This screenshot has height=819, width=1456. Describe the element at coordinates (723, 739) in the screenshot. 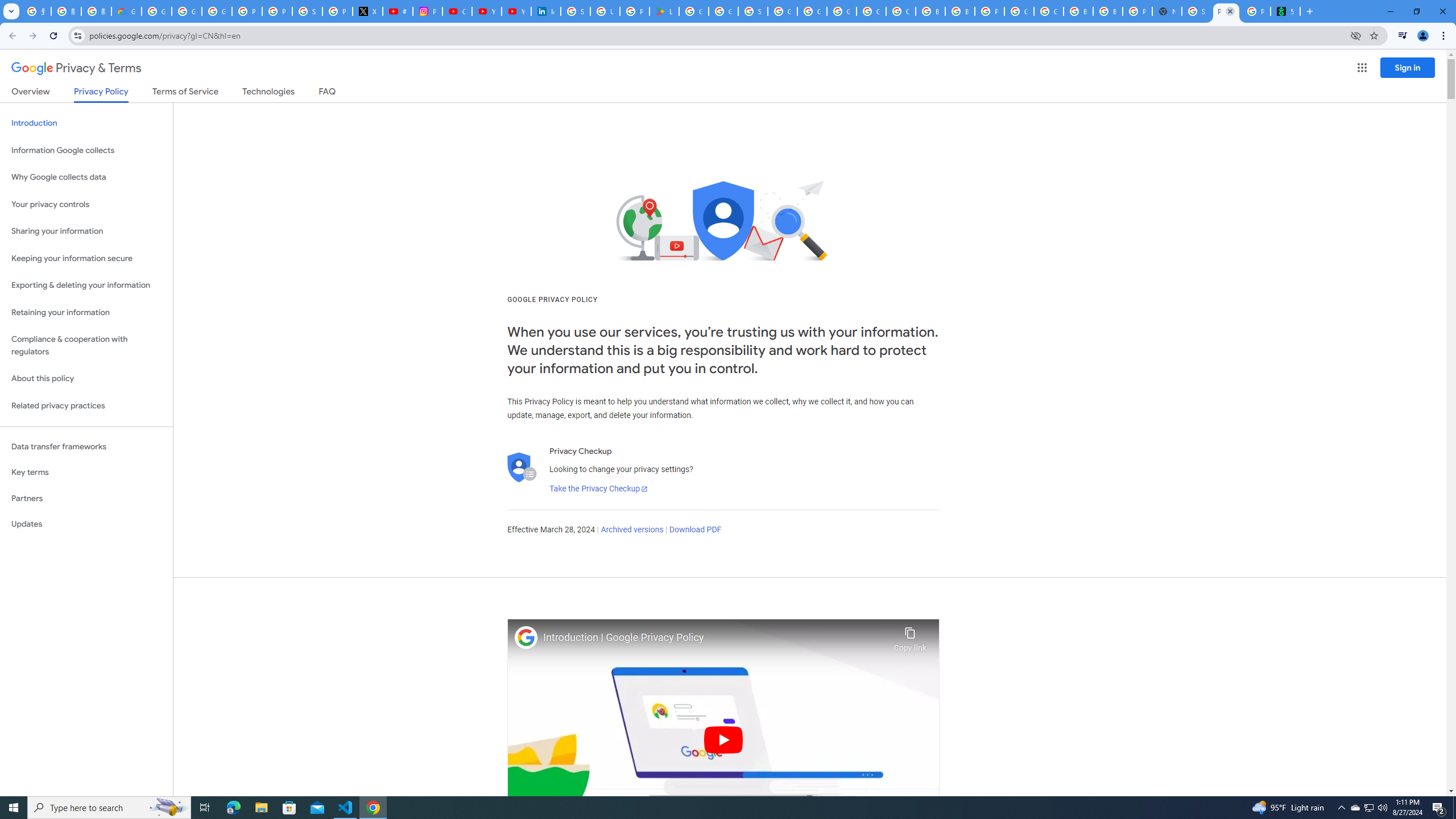

I see `'Play'` at that location.